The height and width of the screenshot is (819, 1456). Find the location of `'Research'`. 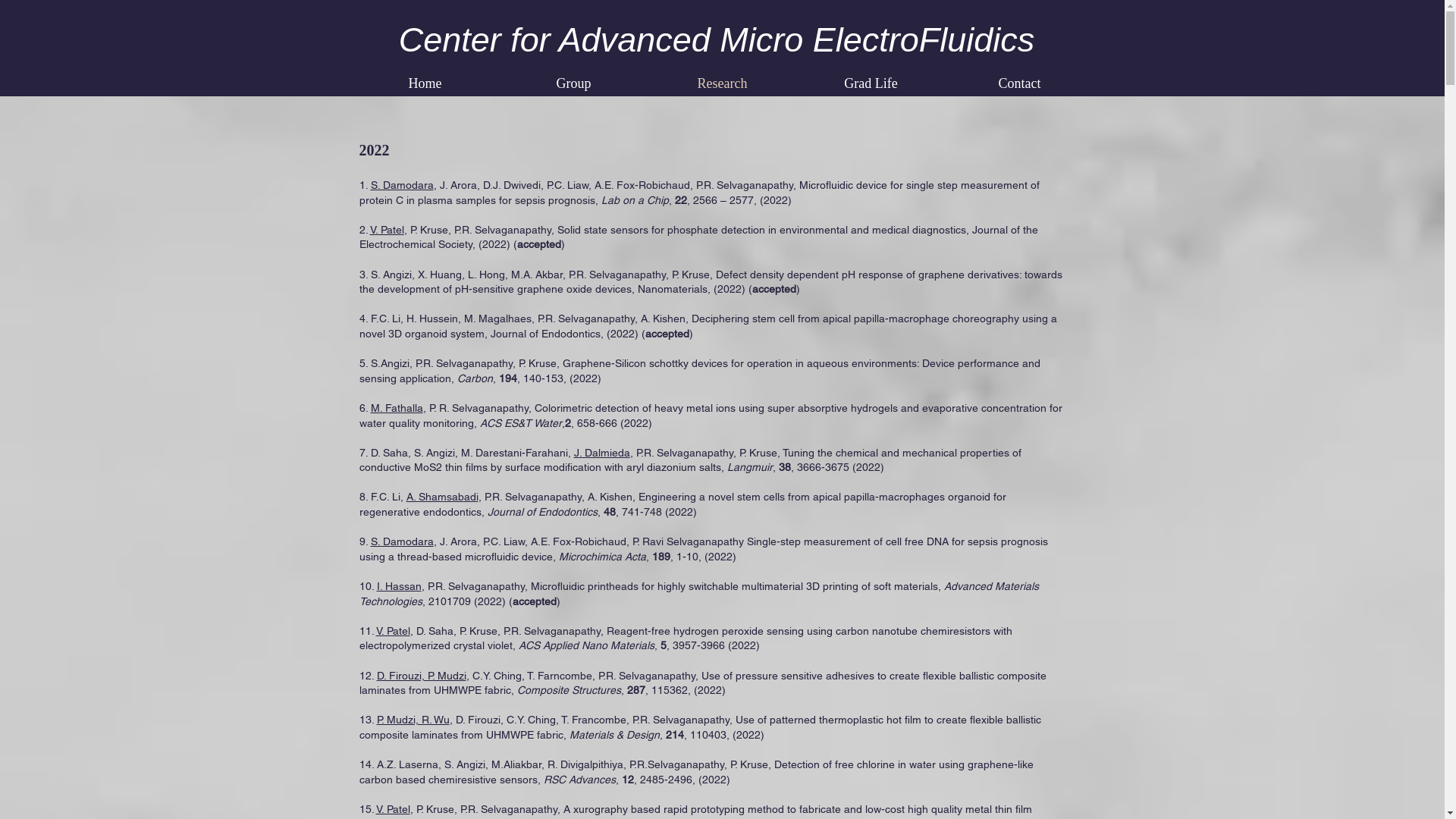

'Research' is located at coordinates (720, 83).